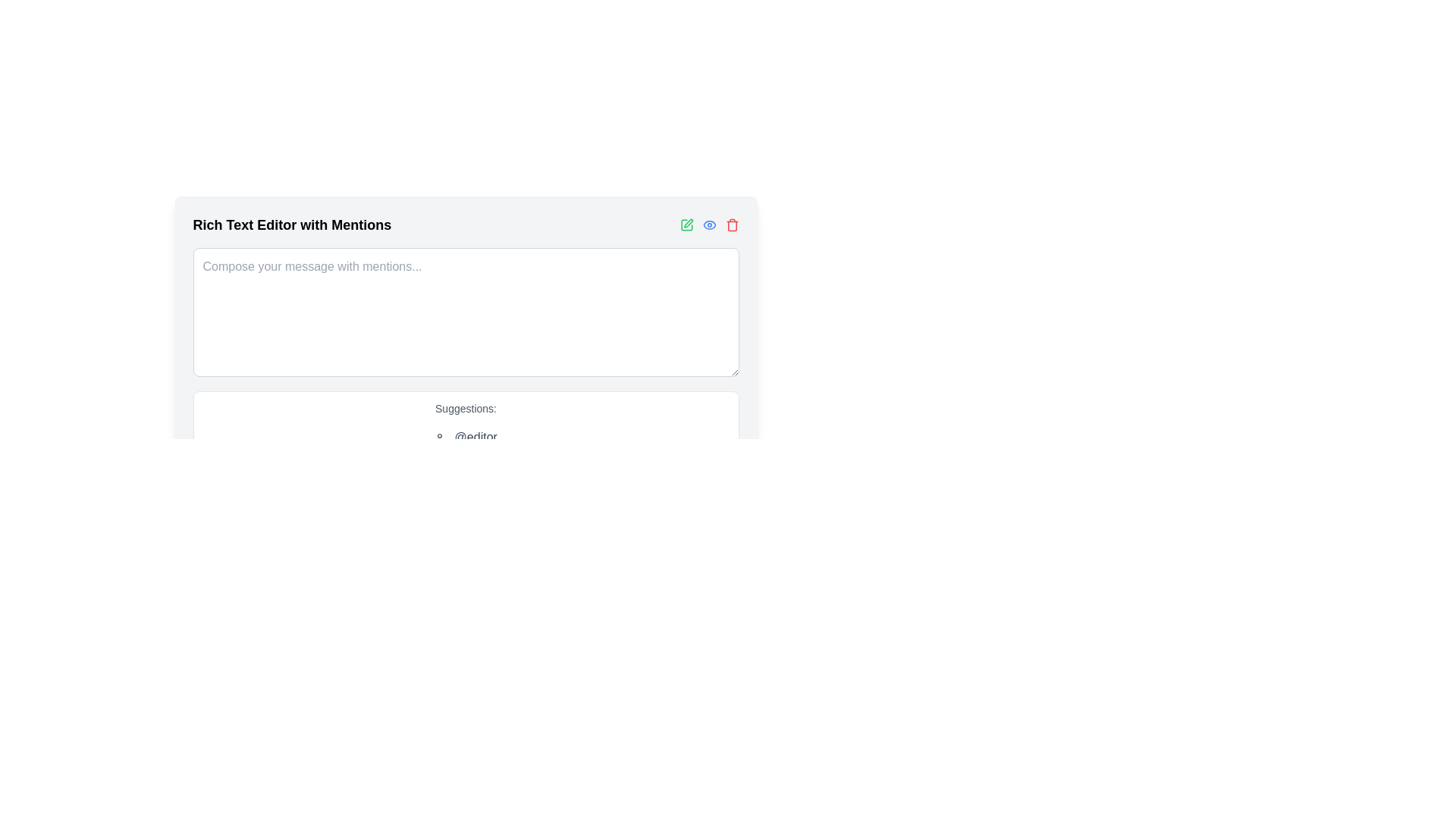  Describe the element at coordinates (439, 438) in the screenshot. I see `the user icon representing user functionality, which is styled with a gray color and appears next to the '@editor' text in the suggestions section` at that location.